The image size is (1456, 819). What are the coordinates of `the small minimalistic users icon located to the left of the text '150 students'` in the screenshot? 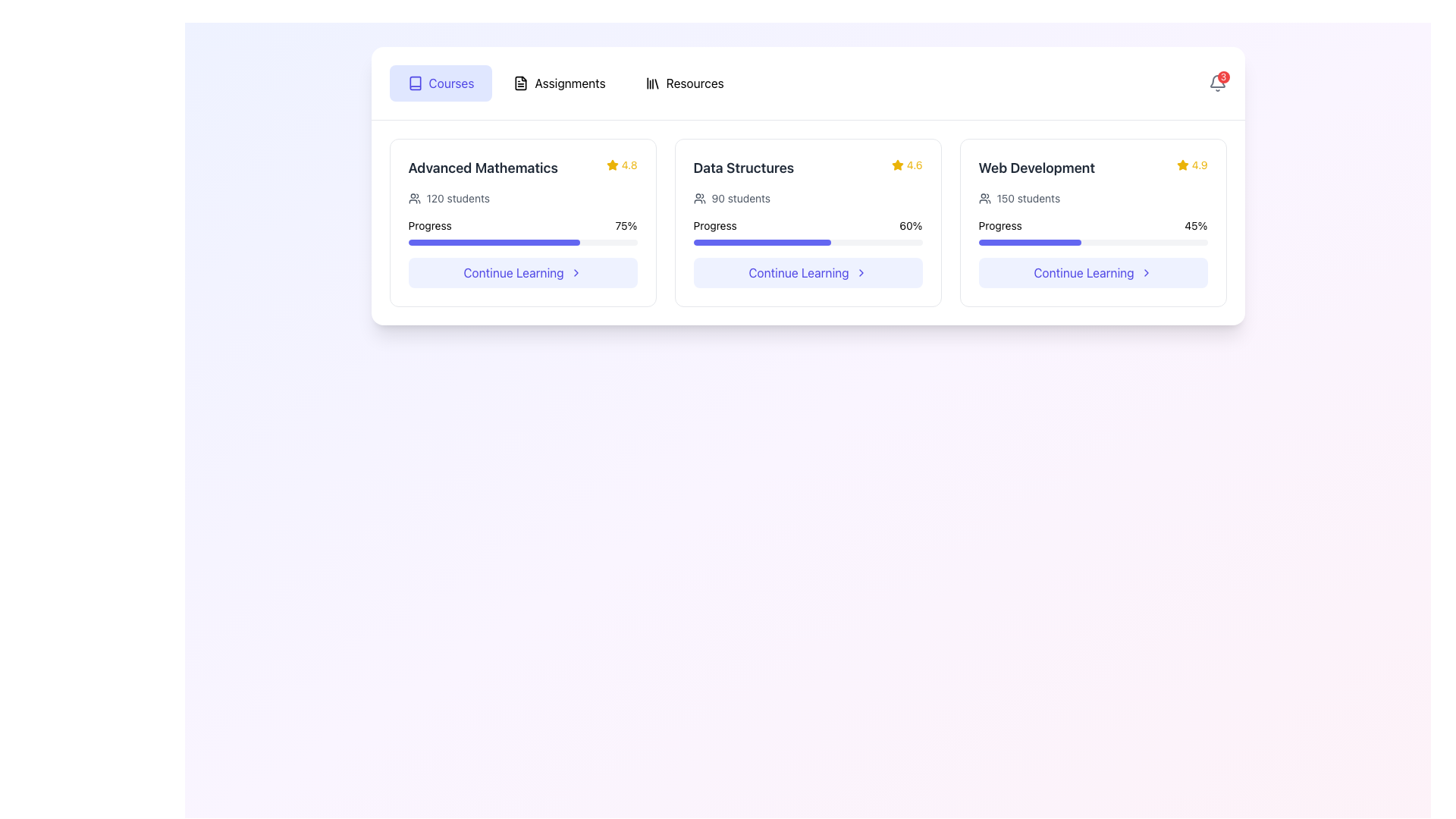 It's located at (984, 198).